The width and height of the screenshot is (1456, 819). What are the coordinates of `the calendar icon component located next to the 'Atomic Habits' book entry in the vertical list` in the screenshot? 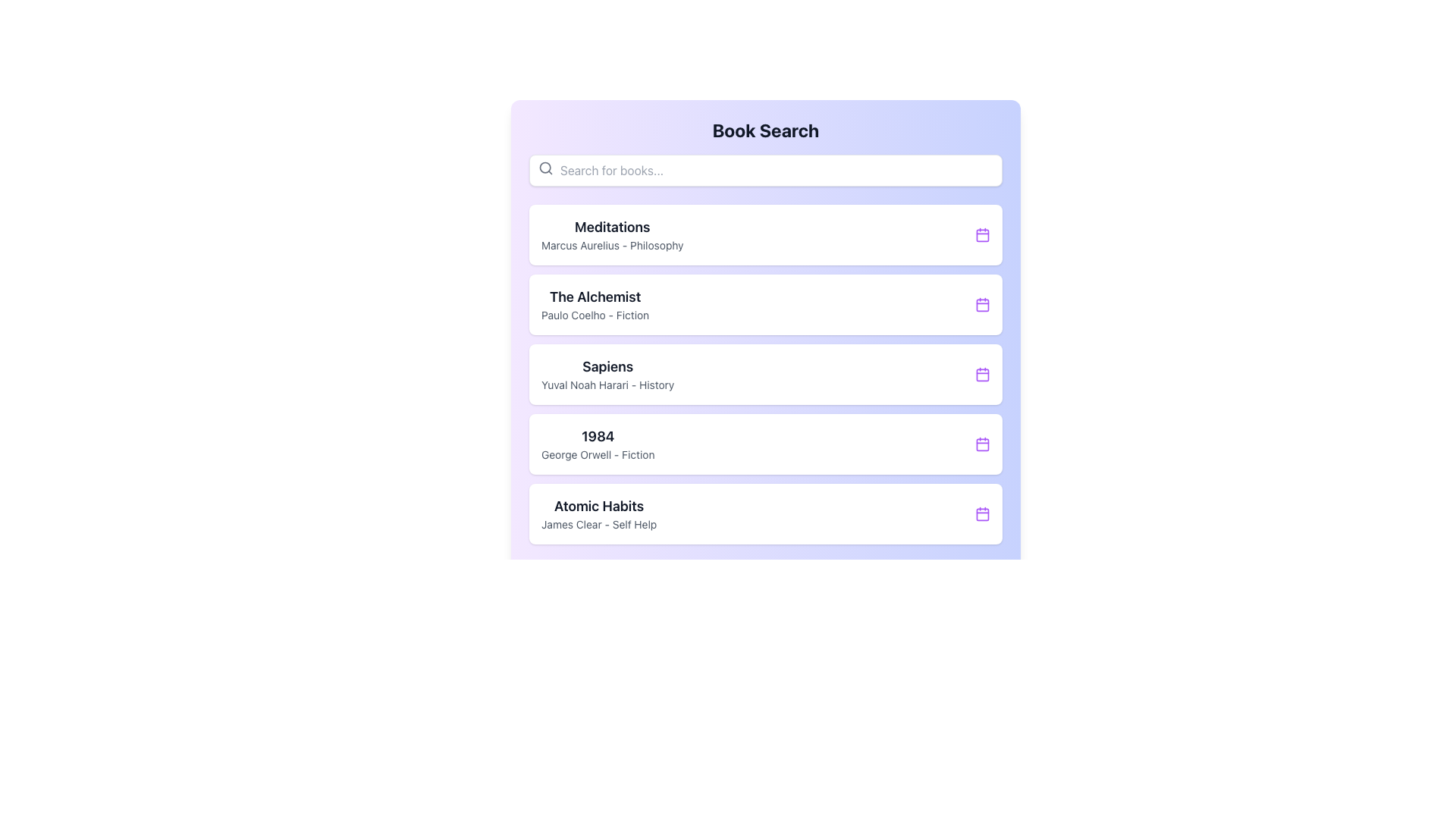 It's located at (983, 513).